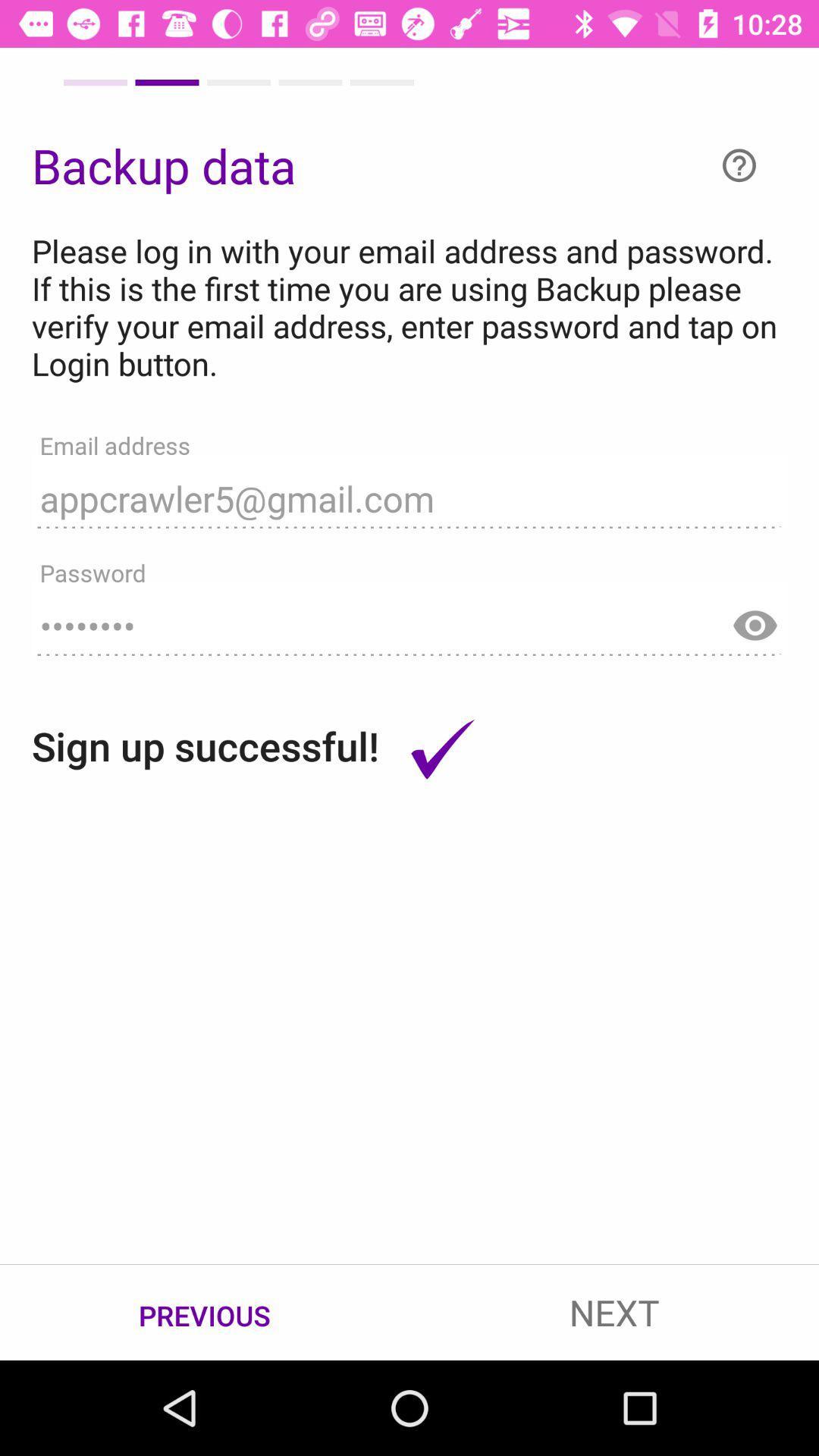 Image resolution: width=819 pixels, height=1456 pixels. Describe the element at coordinates (739, 165) in the screenshot. I see `open backup help` at that location.